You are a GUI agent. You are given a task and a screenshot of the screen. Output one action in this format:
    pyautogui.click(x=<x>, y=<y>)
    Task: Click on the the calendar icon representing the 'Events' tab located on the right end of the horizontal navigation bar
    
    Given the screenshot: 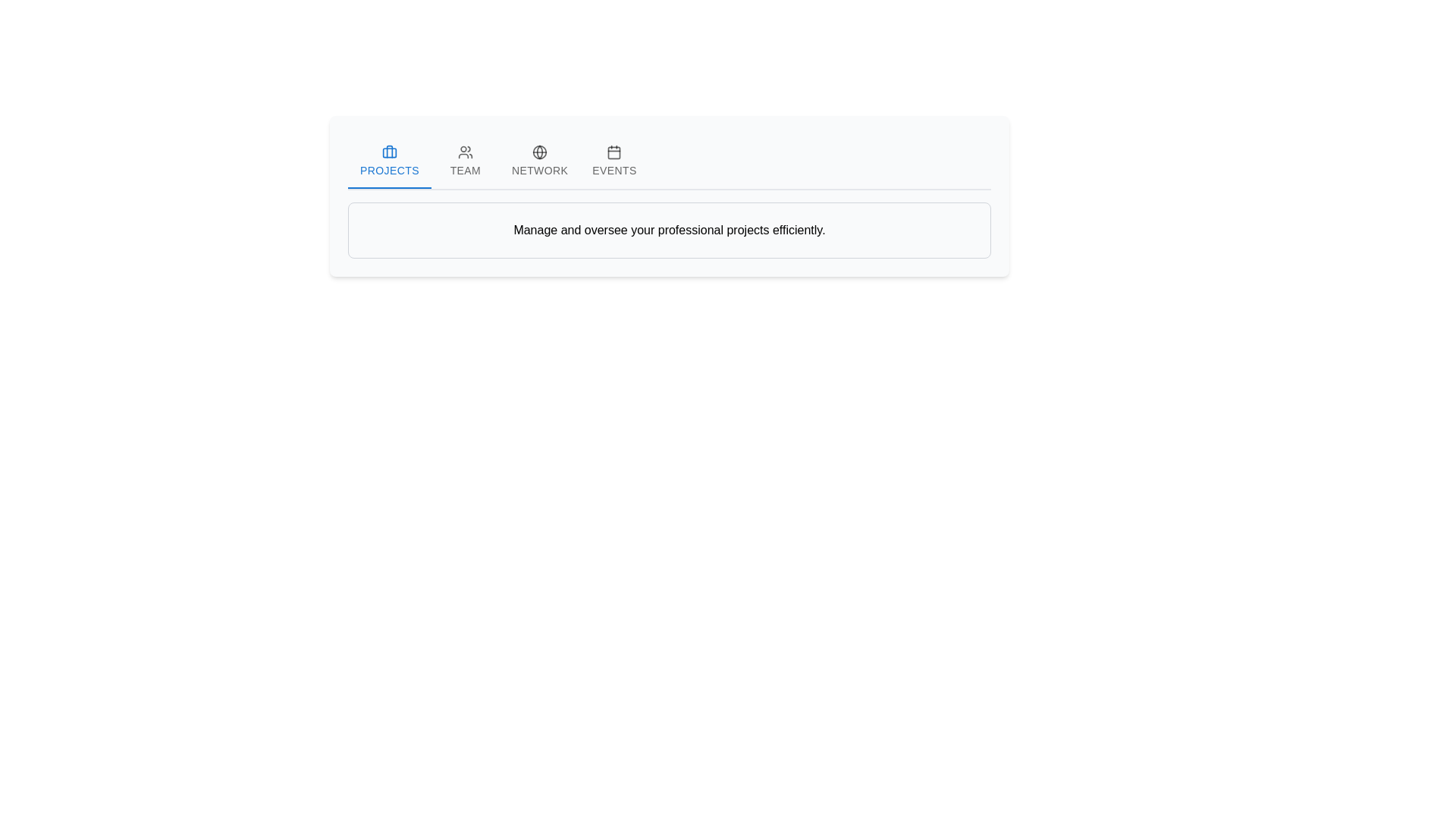 What is the action you would take?
    pyautogui.click(x=614, y=153)
    